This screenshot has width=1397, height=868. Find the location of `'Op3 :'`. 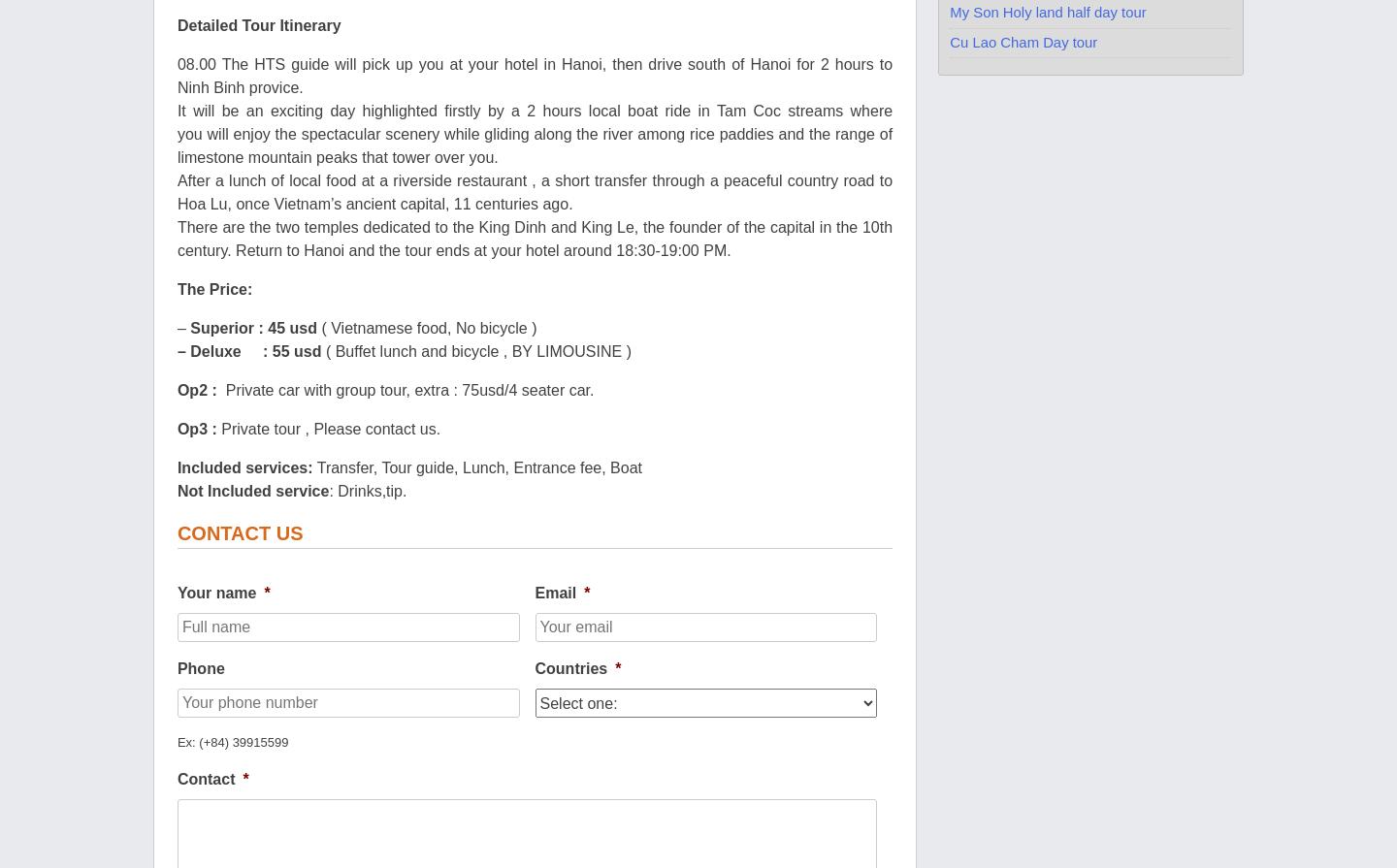

'Op3 :' is located at coordinates (199, 429).